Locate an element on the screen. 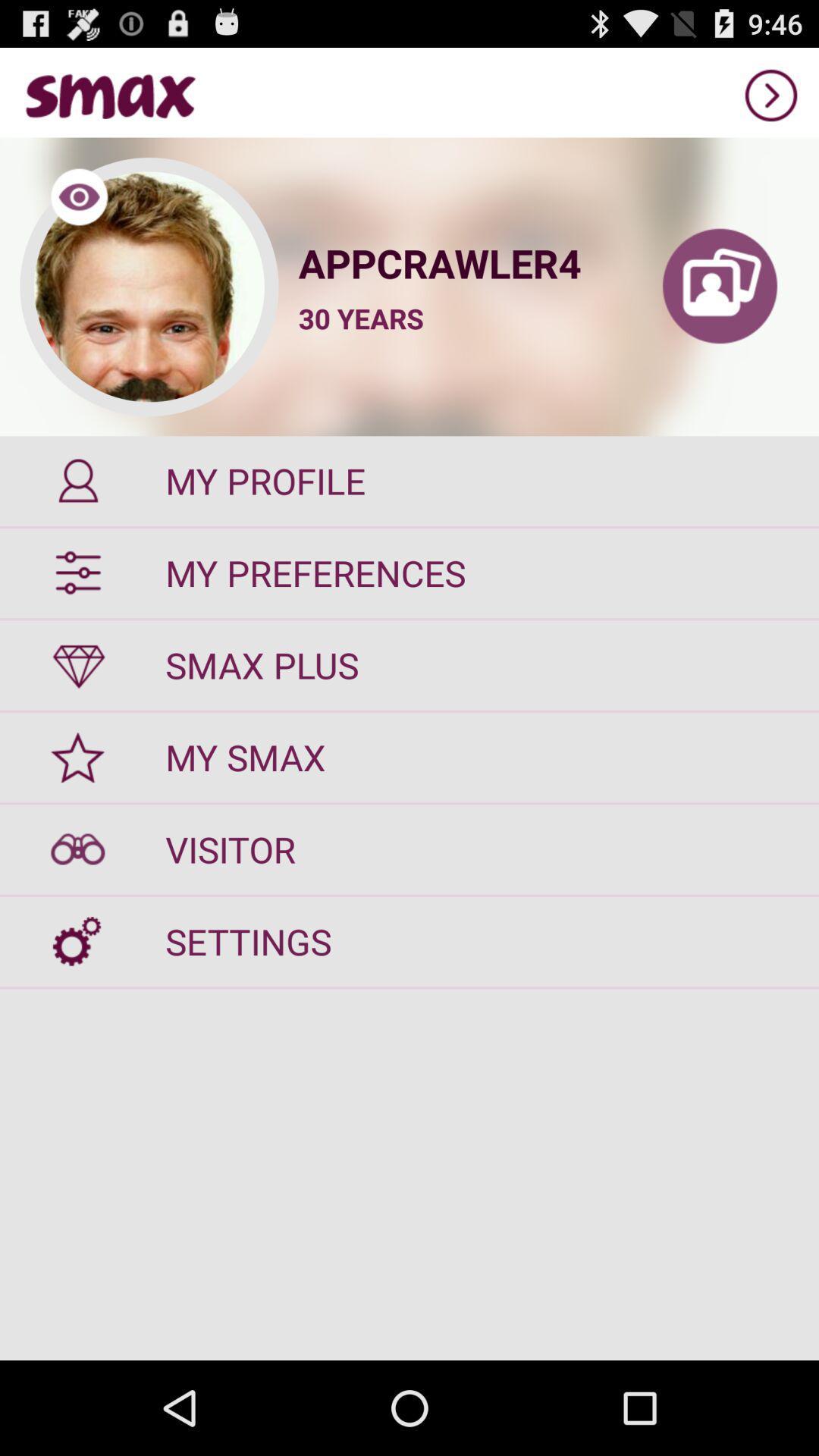  profile is located at coordinates (719, 287).